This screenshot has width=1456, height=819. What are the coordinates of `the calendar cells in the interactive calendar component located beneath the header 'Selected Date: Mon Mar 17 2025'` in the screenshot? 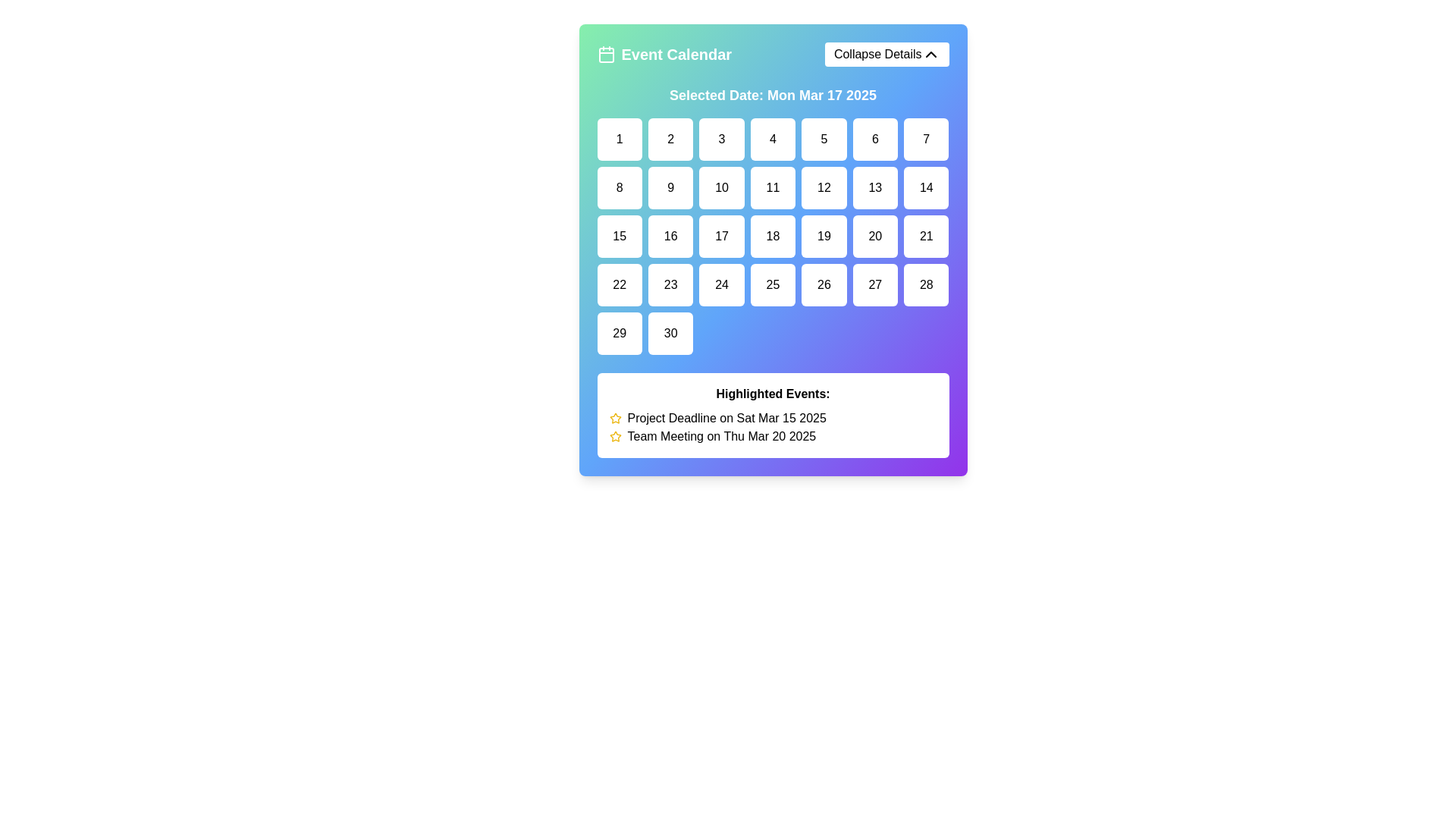 It's located at (773, 271).